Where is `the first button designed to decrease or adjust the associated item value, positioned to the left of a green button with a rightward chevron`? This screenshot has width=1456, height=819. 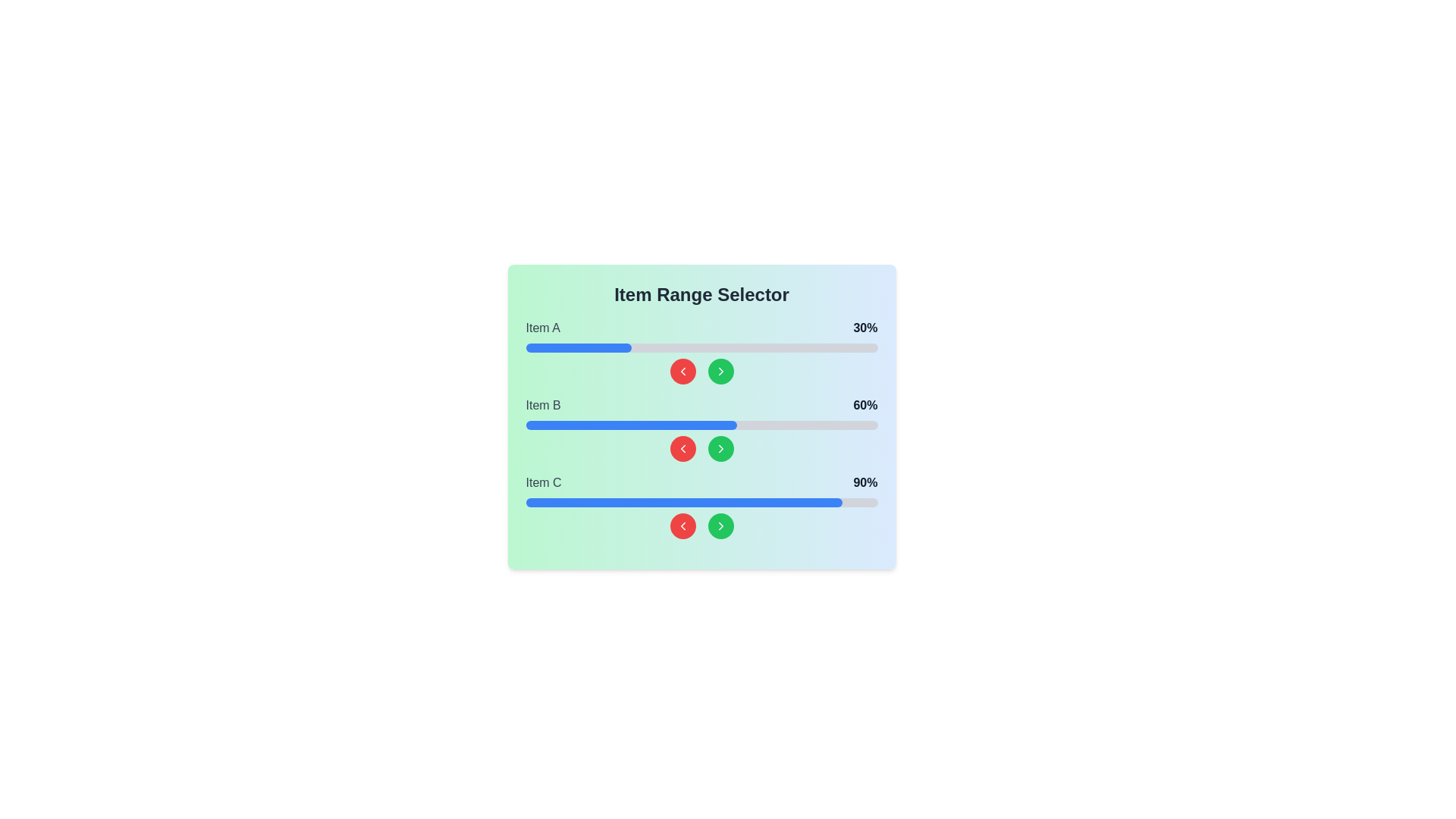
the first button designed to decrease or adjust the associated item value, positioned to the left of a green button with a rightward chevron is located at coordinates (682, 371).